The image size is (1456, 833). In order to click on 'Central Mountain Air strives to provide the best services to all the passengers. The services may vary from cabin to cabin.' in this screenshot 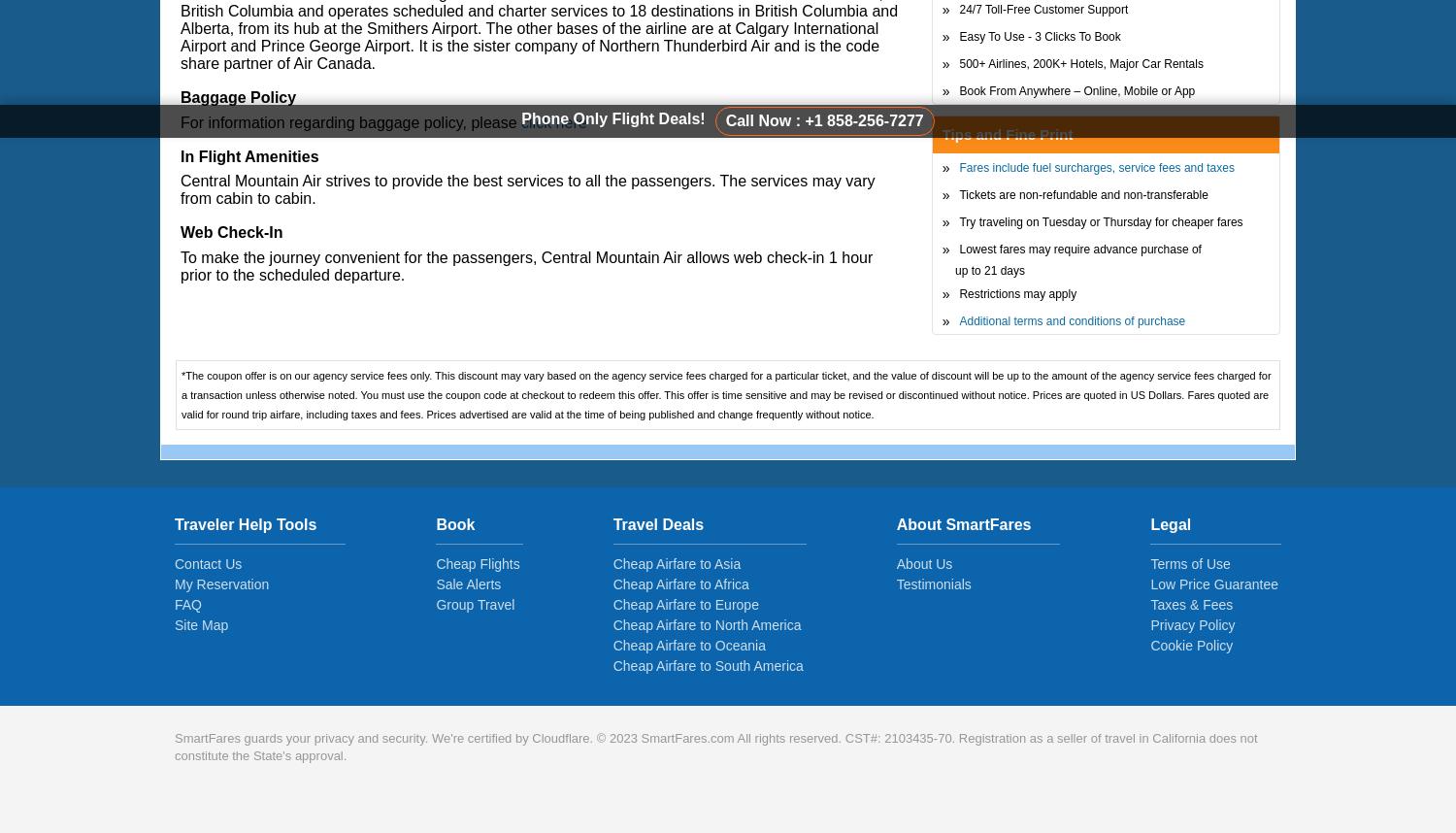, I will do `click(527, 189)`.